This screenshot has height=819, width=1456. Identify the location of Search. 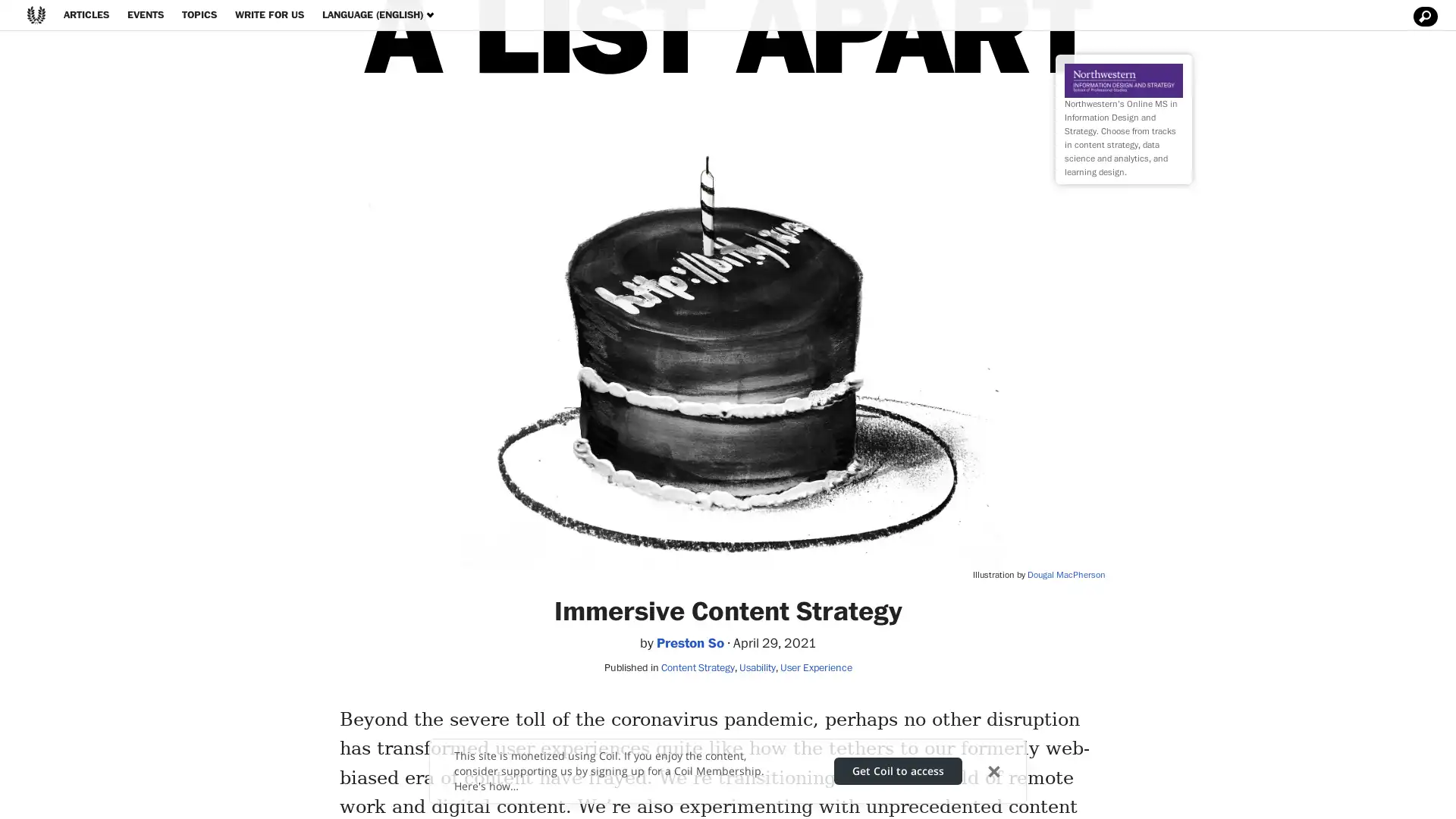
(1423, 17).